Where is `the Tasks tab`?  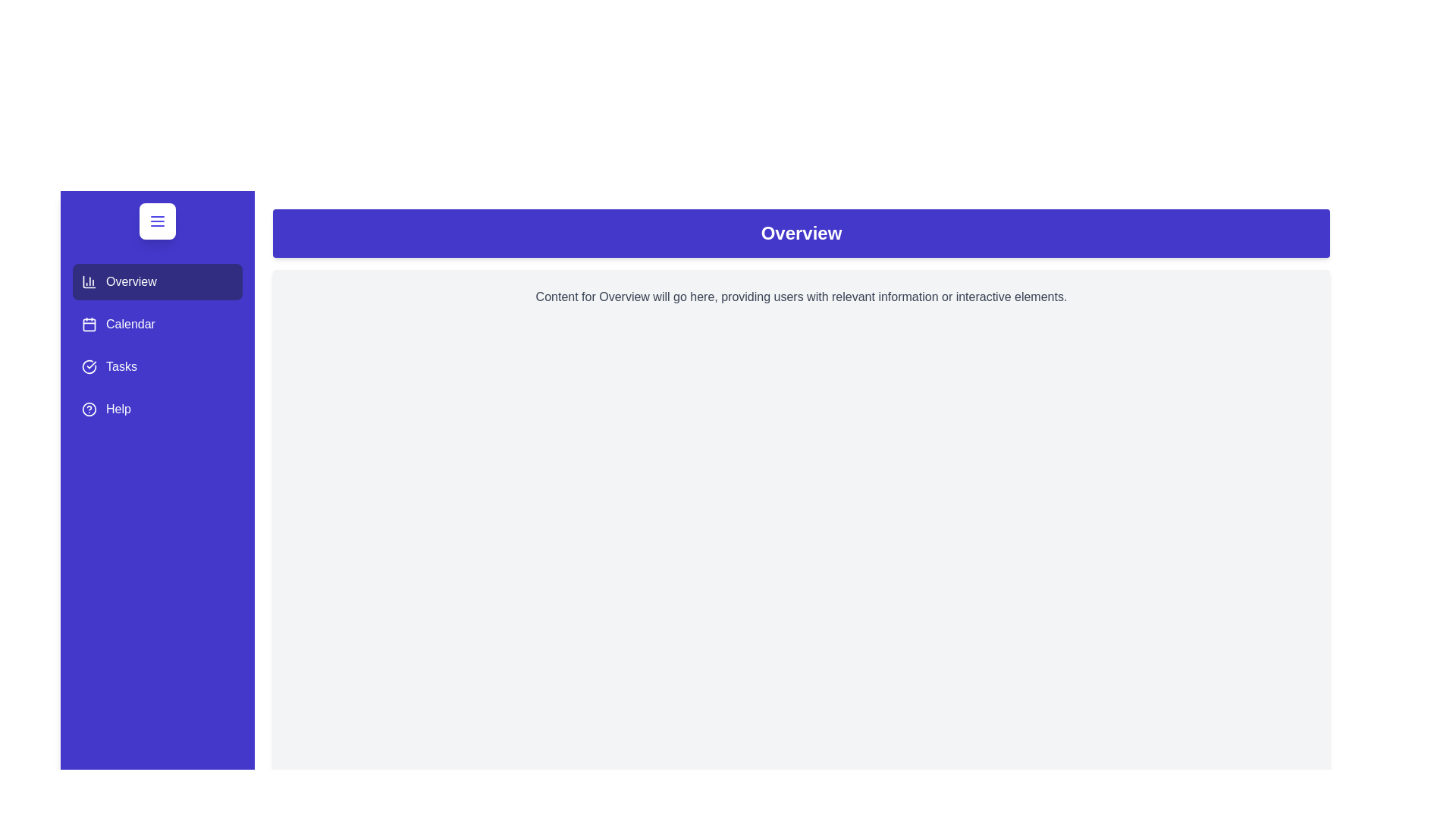 the Tasks tab is located at coordinates (157, 366).